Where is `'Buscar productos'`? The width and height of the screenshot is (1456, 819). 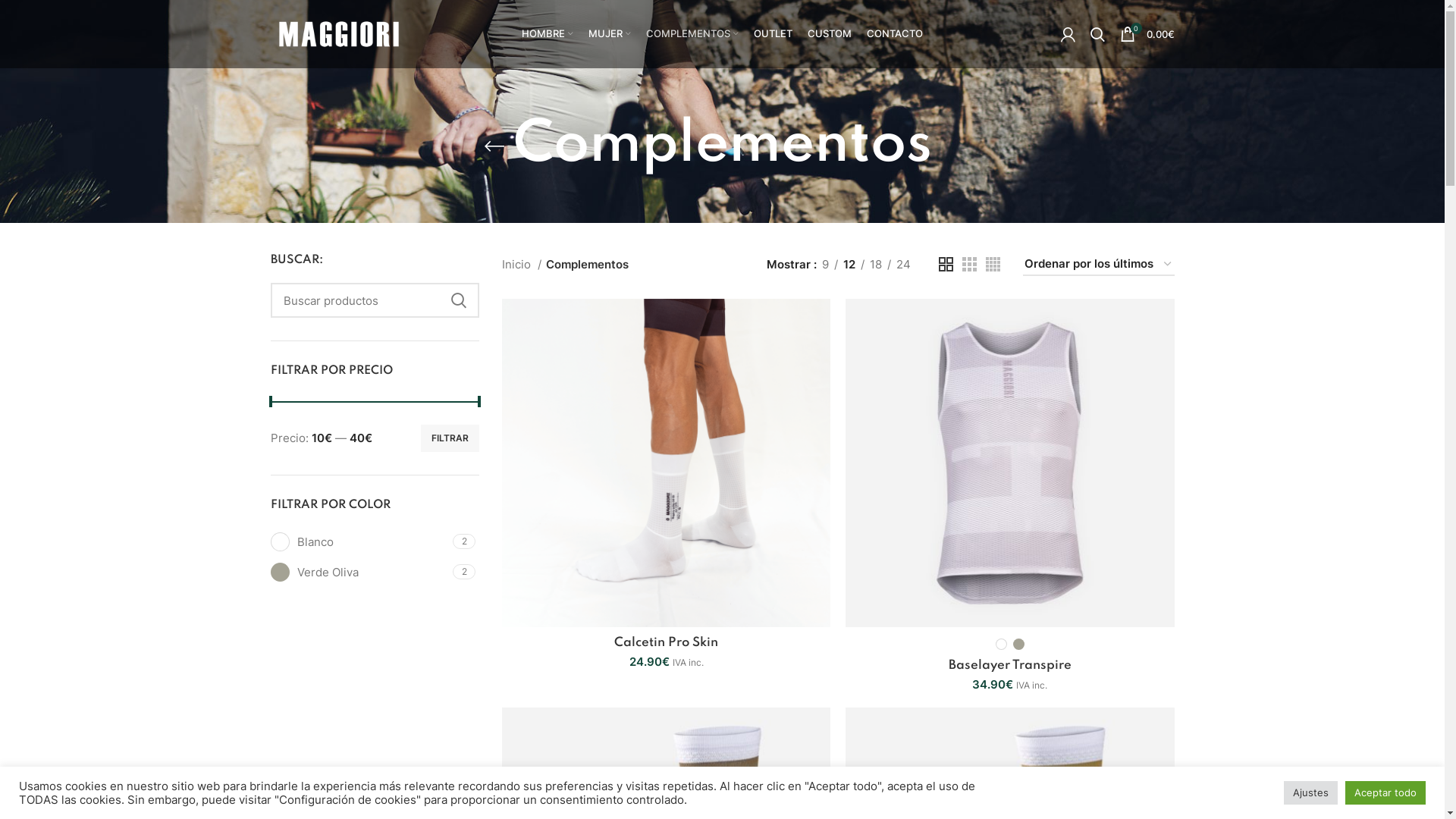 'Buscar productos' is located at coordinates (375, 300).